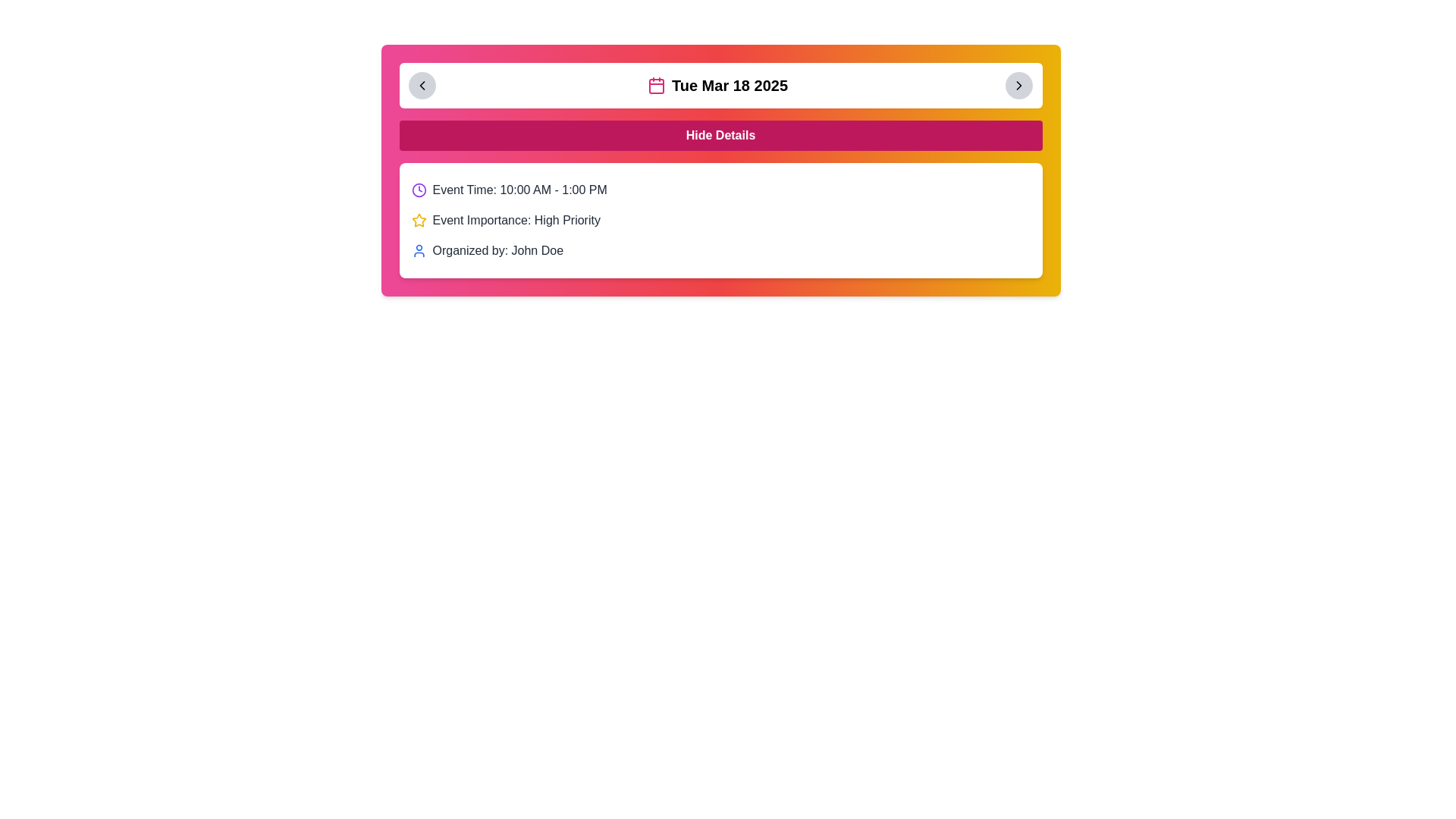 The width and height of the screenshot is (1456, 819). Describe the element at coordinates (422, 85) in the screenshot. I see `the navigational control icon located within the circular button at the upper left corner of the calendar card header` at that location.